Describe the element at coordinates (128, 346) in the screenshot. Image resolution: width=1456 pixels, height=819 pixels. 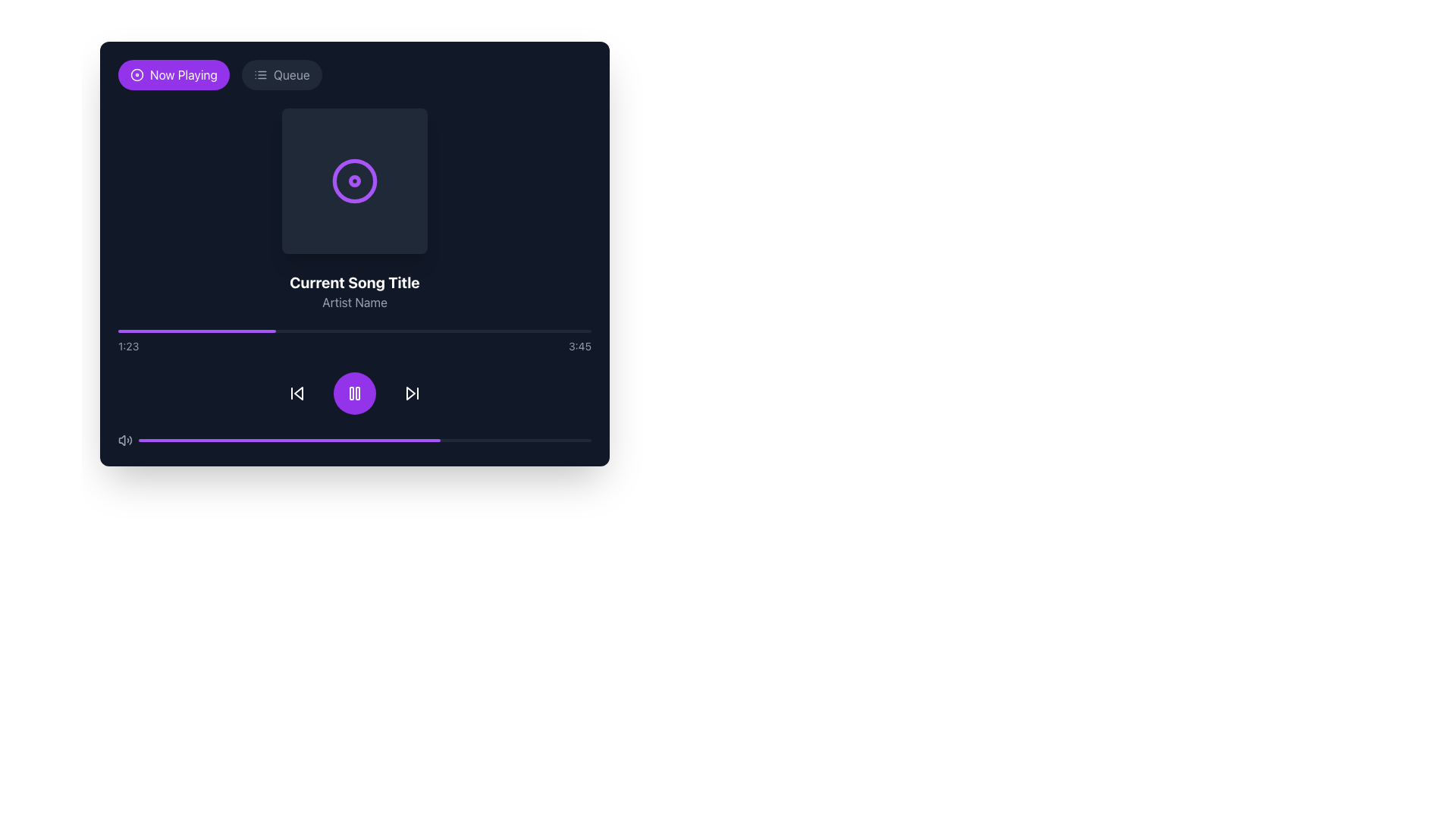
I see `the light gray text label displaying '1:23', located at the left edge of the progress bar in the media player interface` at that location.